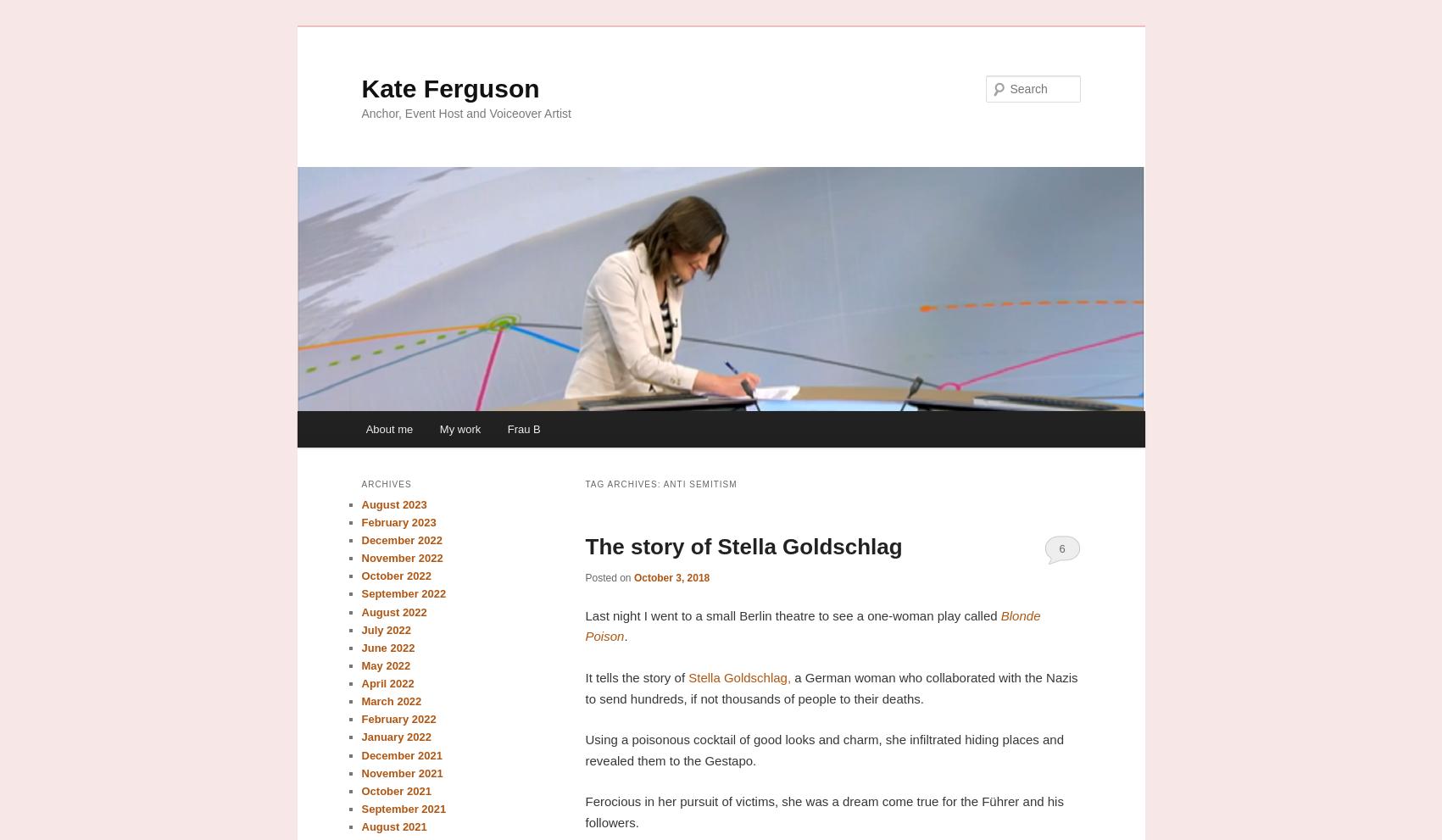  What do you see at coordinates (583, 625) in the screenshot?
I see `'Blonde Poison'` at bounding box center [583, 625].